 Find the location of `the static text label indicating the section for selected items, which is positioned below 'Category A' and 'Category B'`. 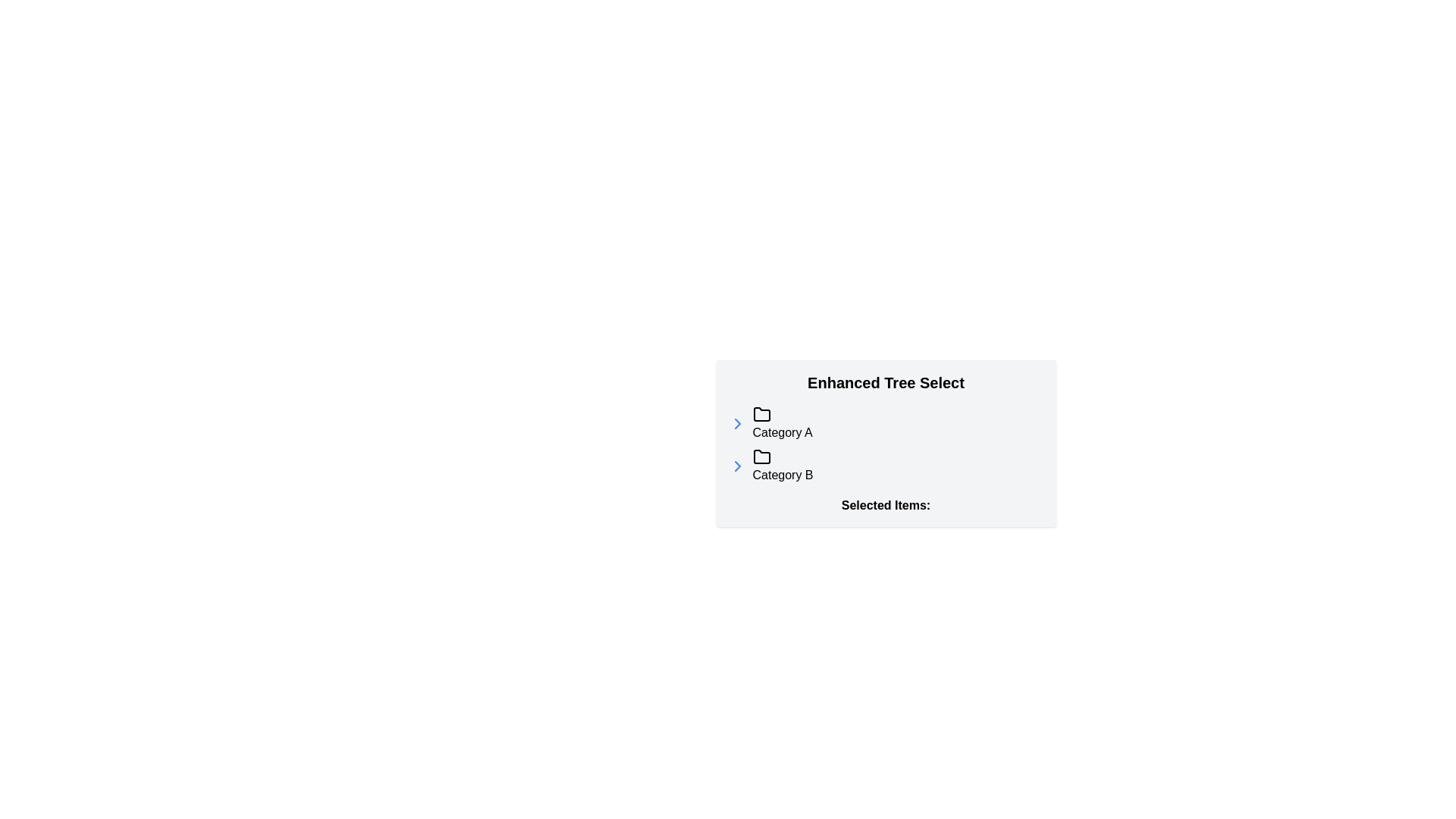

the static text label indicating the section for selected items, which is positioned below 'Category A' and 'Category B' is located at coordinates (886, 506).